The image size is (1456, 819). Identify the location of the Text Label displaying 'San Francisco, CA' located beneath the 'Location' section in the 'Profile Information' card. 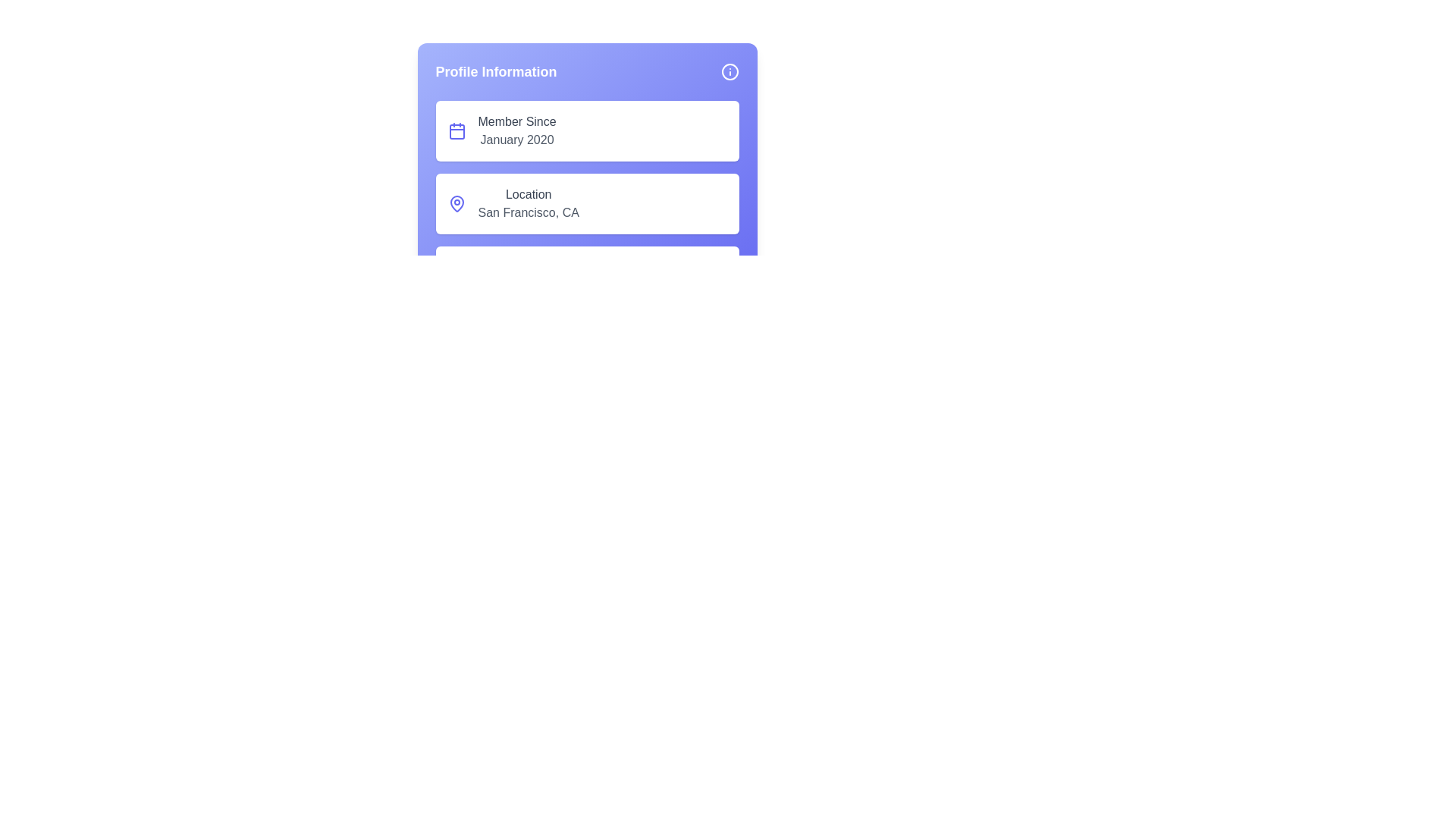
(529, 213).